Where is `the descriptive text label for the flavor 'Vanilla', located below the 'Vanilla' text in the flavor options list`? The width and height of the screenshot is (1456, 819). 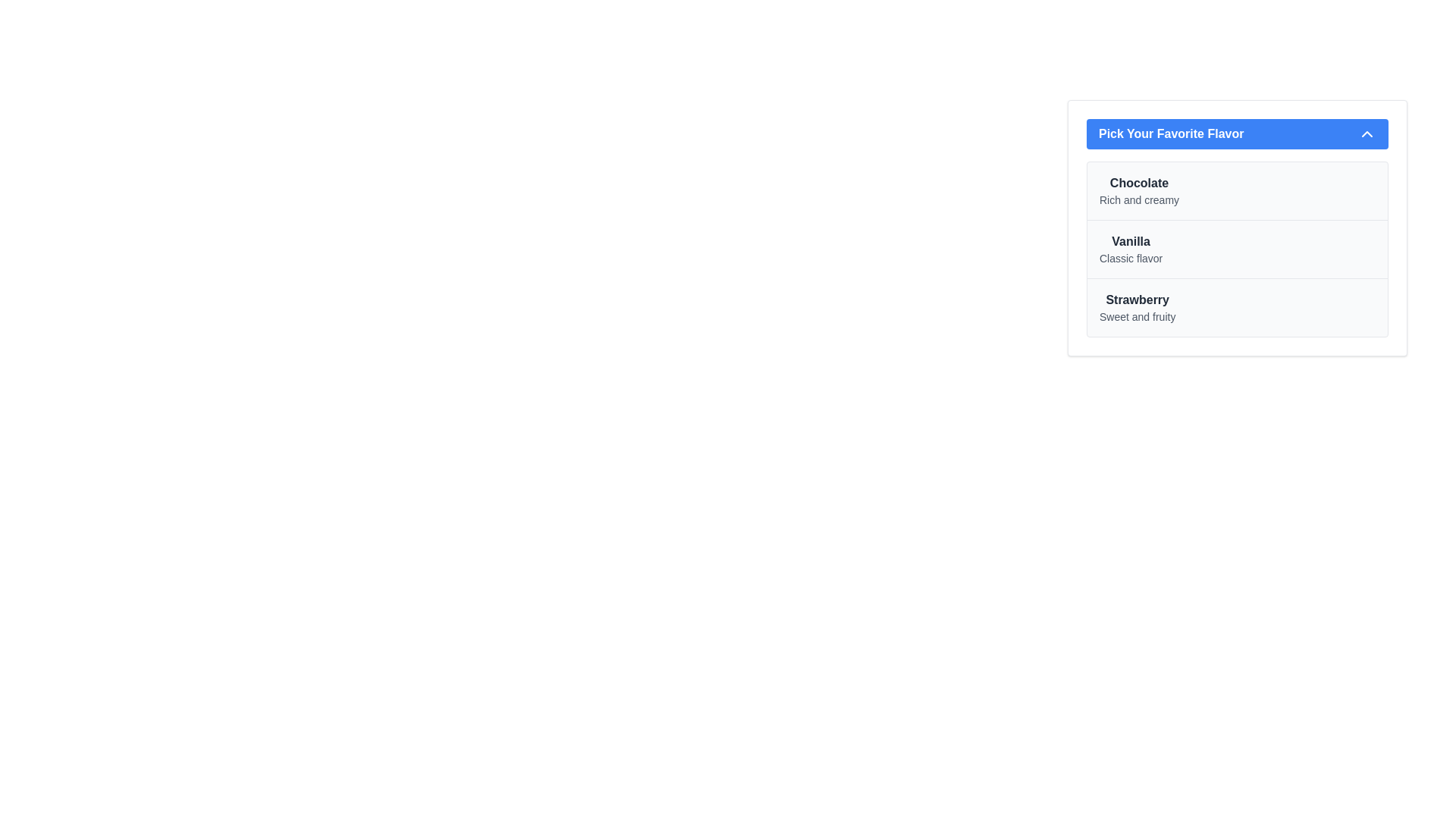
the descriptive text label for the flavor 'Vanilla', located below the 'Vanilla' text in the flavor options list is located at coordinates (1131, 257).